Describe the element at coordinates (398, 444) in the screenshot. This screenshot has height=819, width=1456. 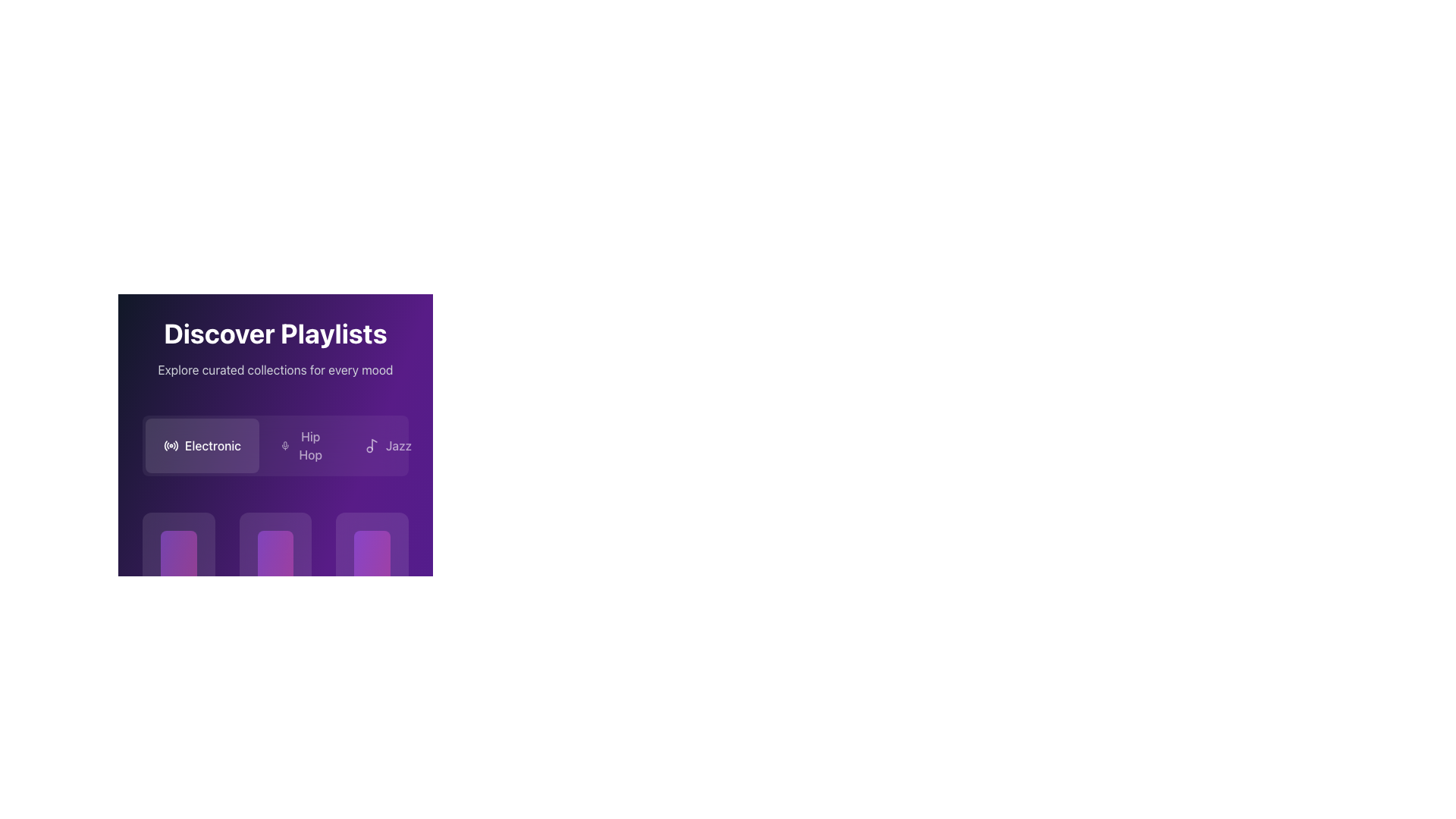
I see `the 'Jazz' menu item in the 'Discover Playlists' section` at that location.